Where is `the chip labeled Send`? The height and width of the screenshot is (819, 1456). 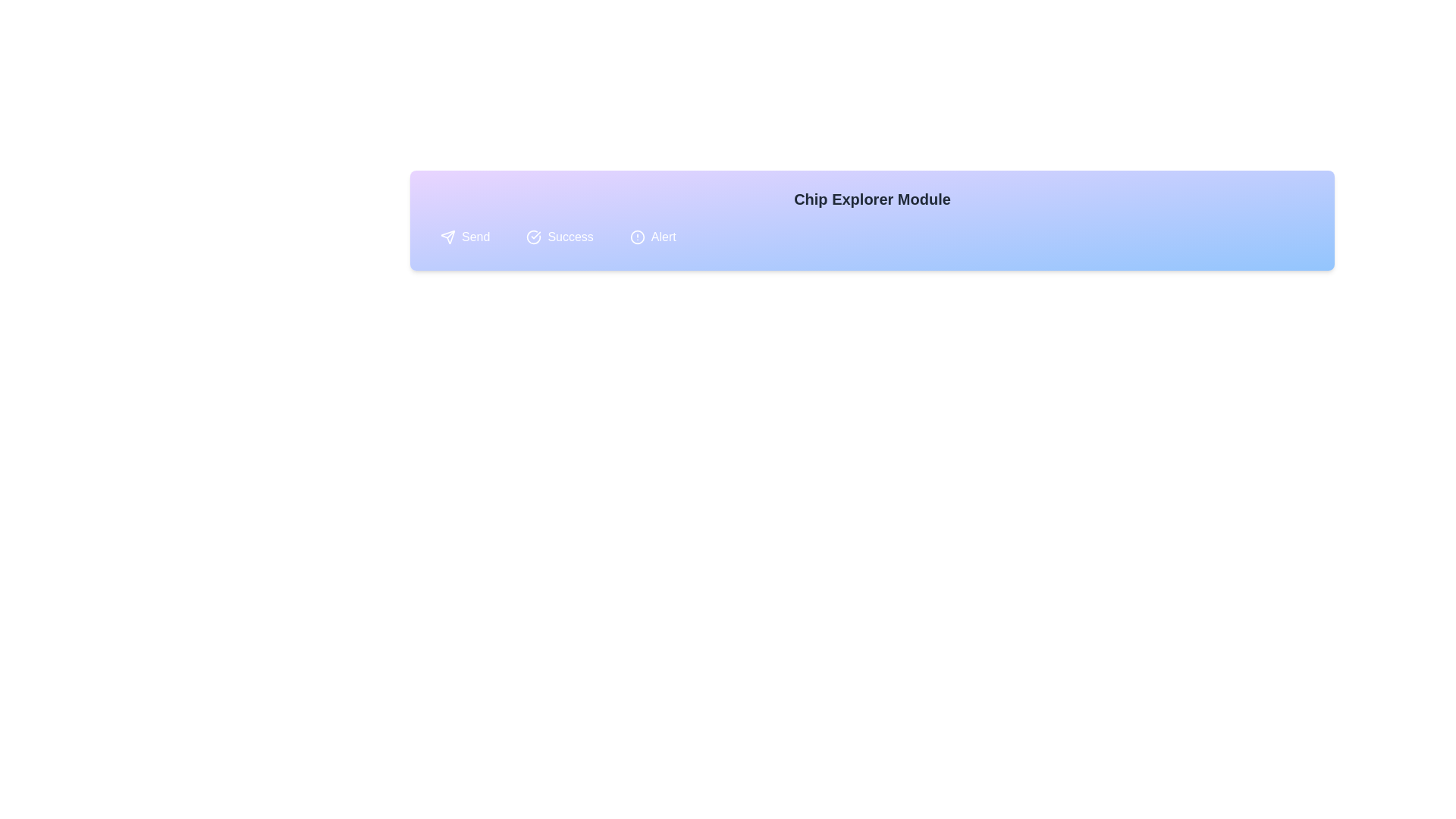
the chip labeled Send is located at coordinates (464, 237).